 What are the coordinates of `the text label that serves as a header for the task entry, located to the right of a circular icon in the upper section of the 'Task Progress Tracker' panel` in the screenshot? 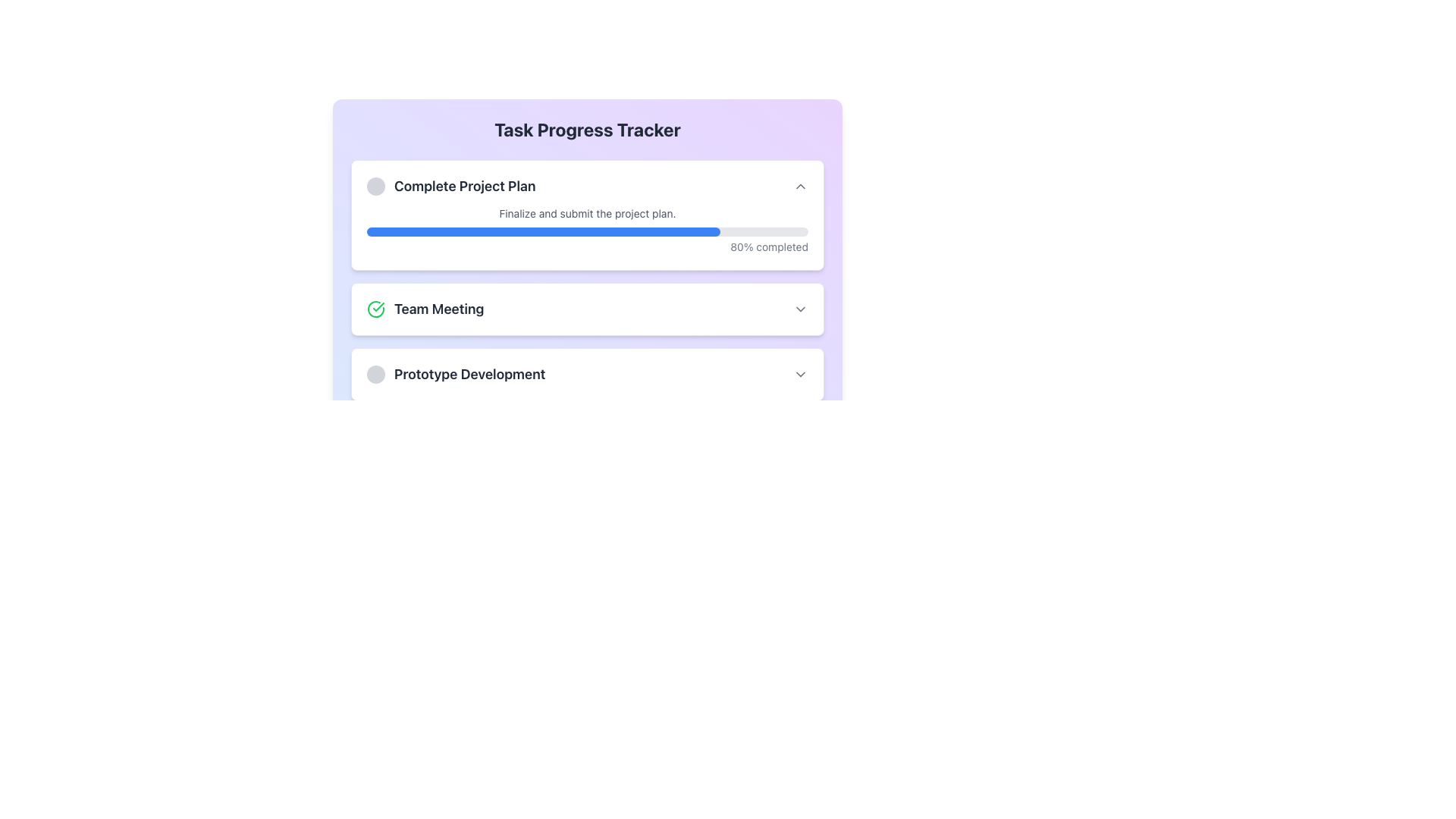 It's located at (464, 186).